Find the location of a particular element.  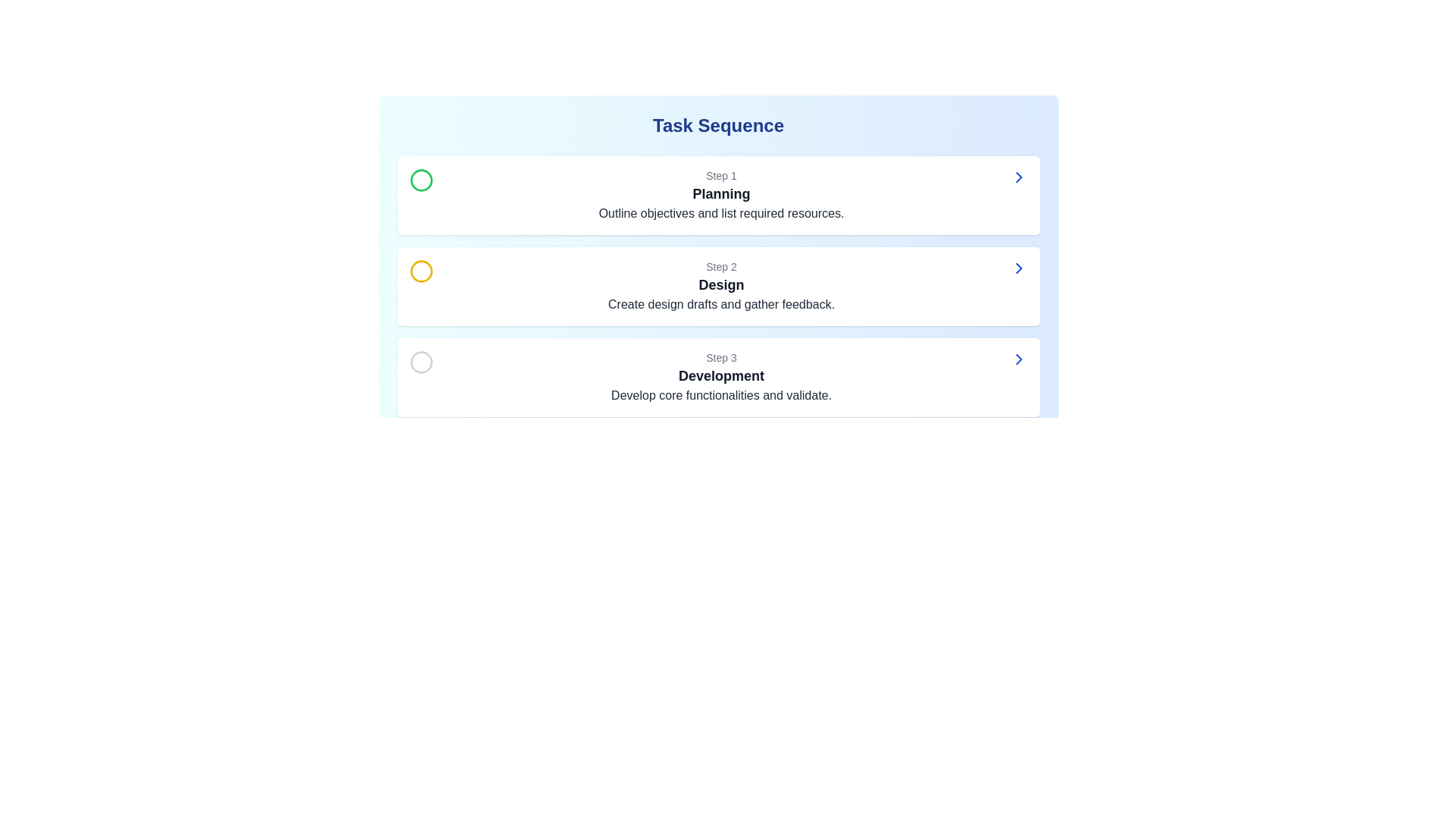

the right-pointing chevron arrow icon located in the top-right corner of the 'Step 1 Planning' card is located at coordinates (1018, 177).